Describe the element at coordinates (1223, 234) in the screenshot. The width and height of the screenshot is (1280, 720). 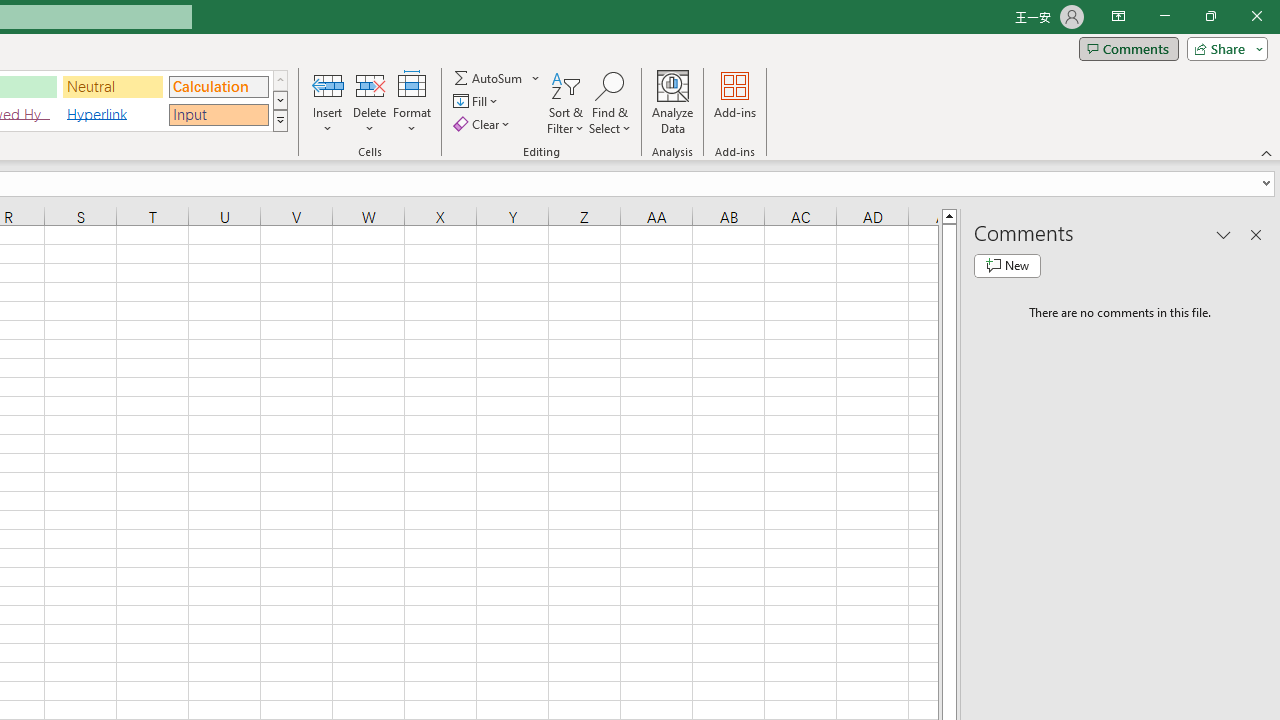
I see `'Task Pane Options'` at that location.